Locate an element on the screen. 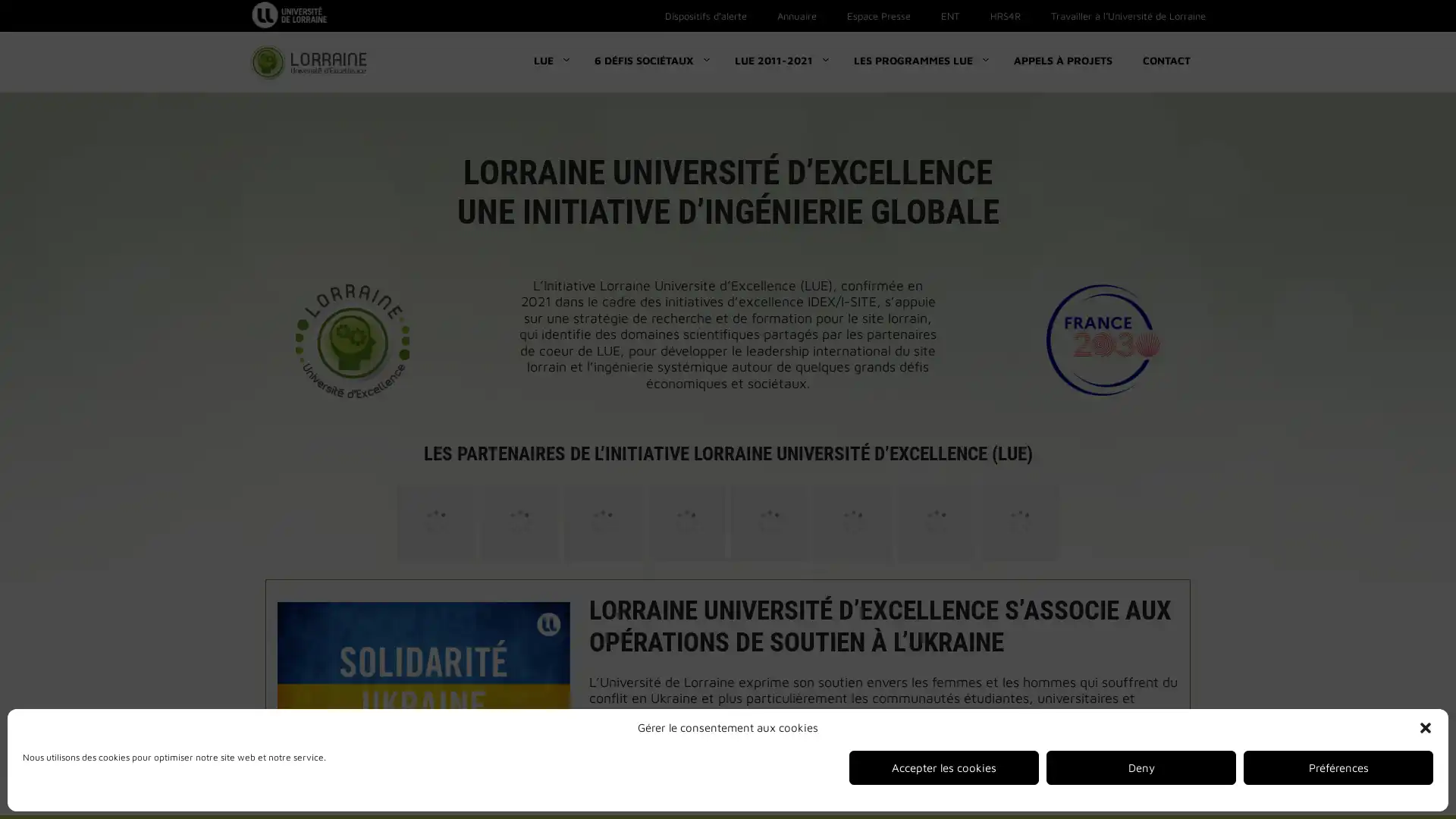 This screenshot has width=1456, height=819. close-dialog is located at coordinates (1425, 727).